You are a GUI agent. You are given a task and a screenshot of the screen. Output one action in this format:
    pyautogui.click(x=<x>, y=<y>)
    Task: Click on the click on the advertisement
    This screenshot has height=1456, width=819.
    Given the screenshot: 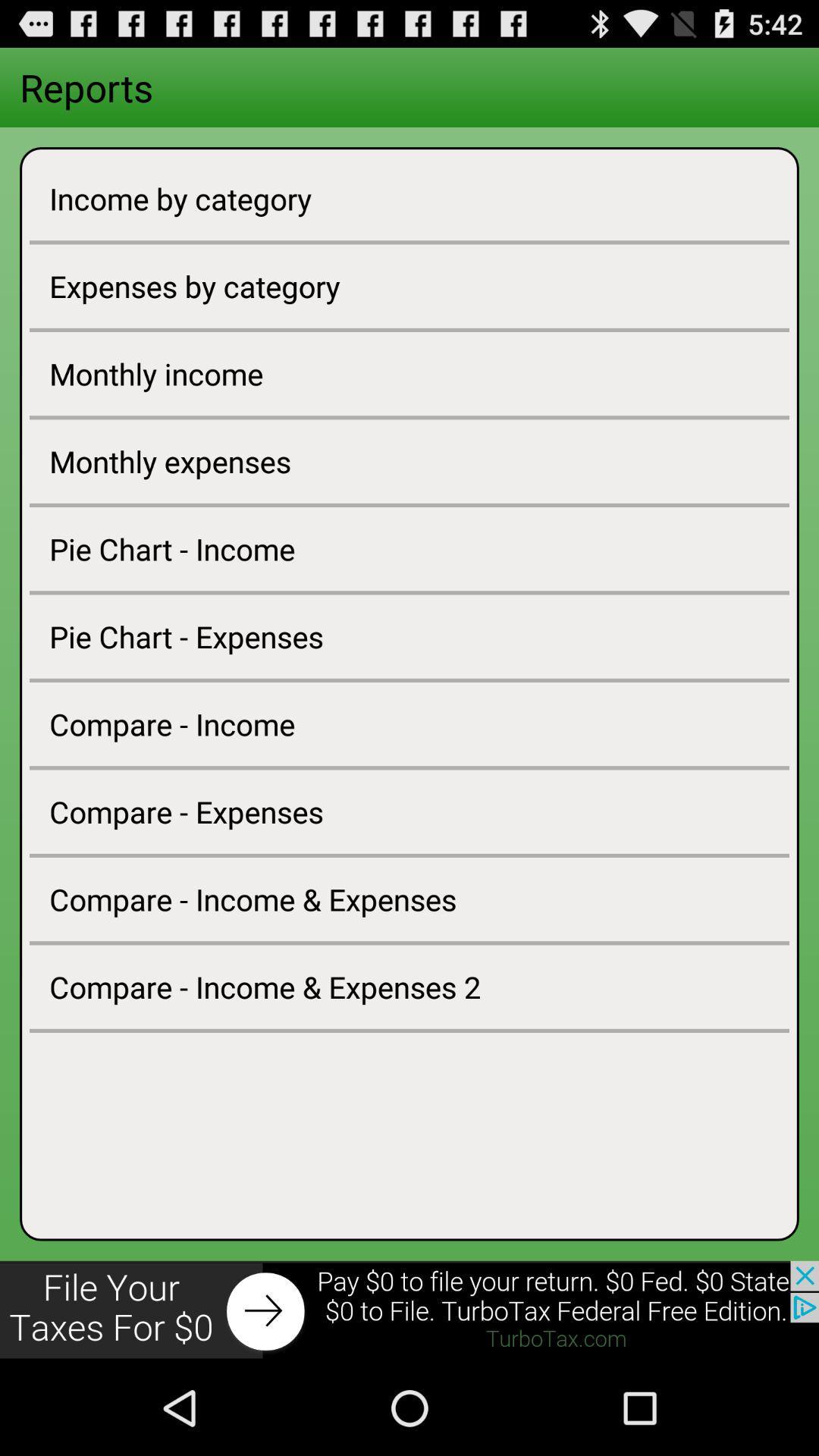 What is the action you would take?
    pyautogui.click(x=409, y=1310)
    